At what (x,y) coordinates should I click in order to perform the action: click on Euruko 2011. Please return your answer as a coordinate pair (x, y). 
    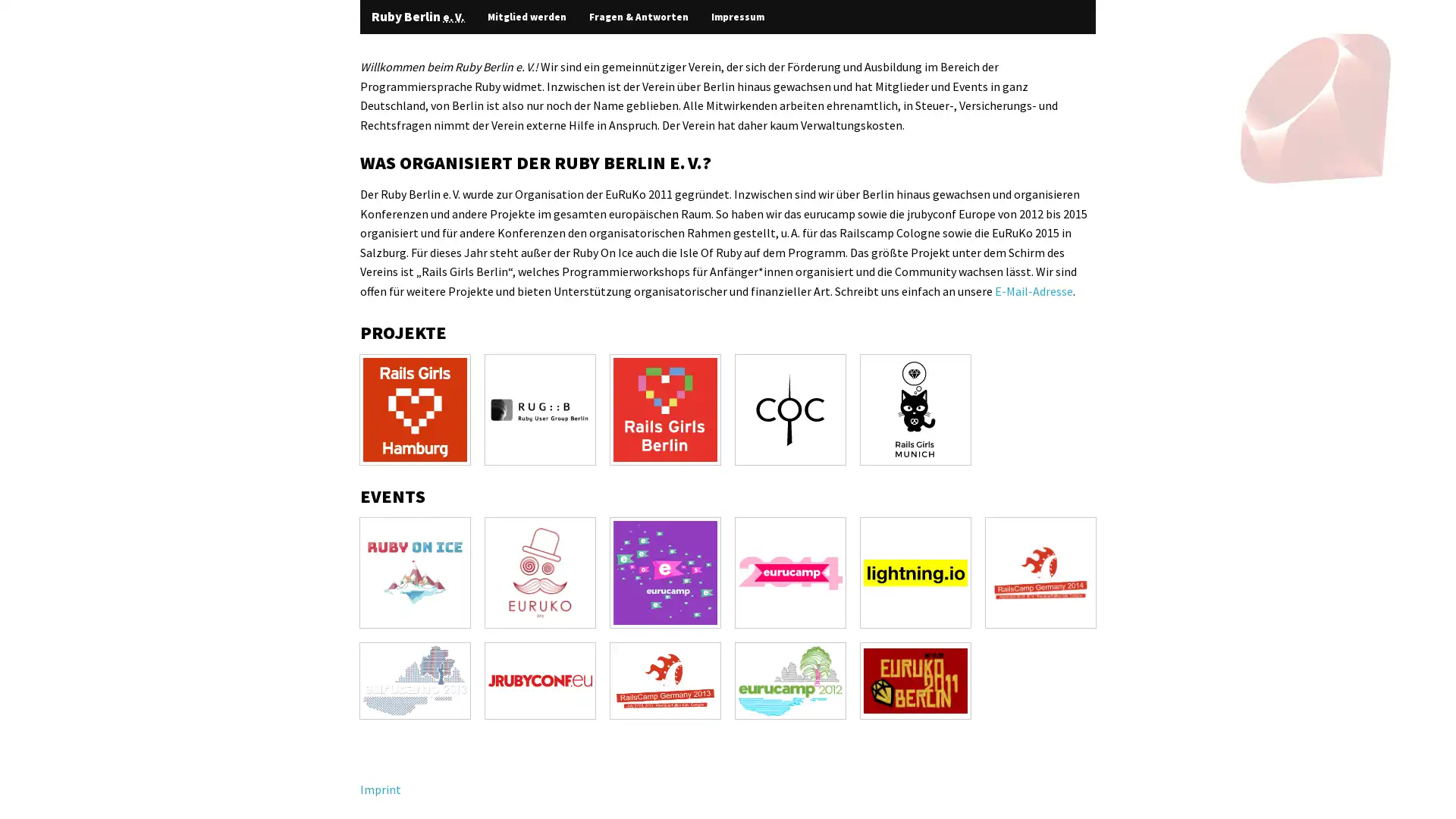
    Looking at the image, I should click on (915, 679).